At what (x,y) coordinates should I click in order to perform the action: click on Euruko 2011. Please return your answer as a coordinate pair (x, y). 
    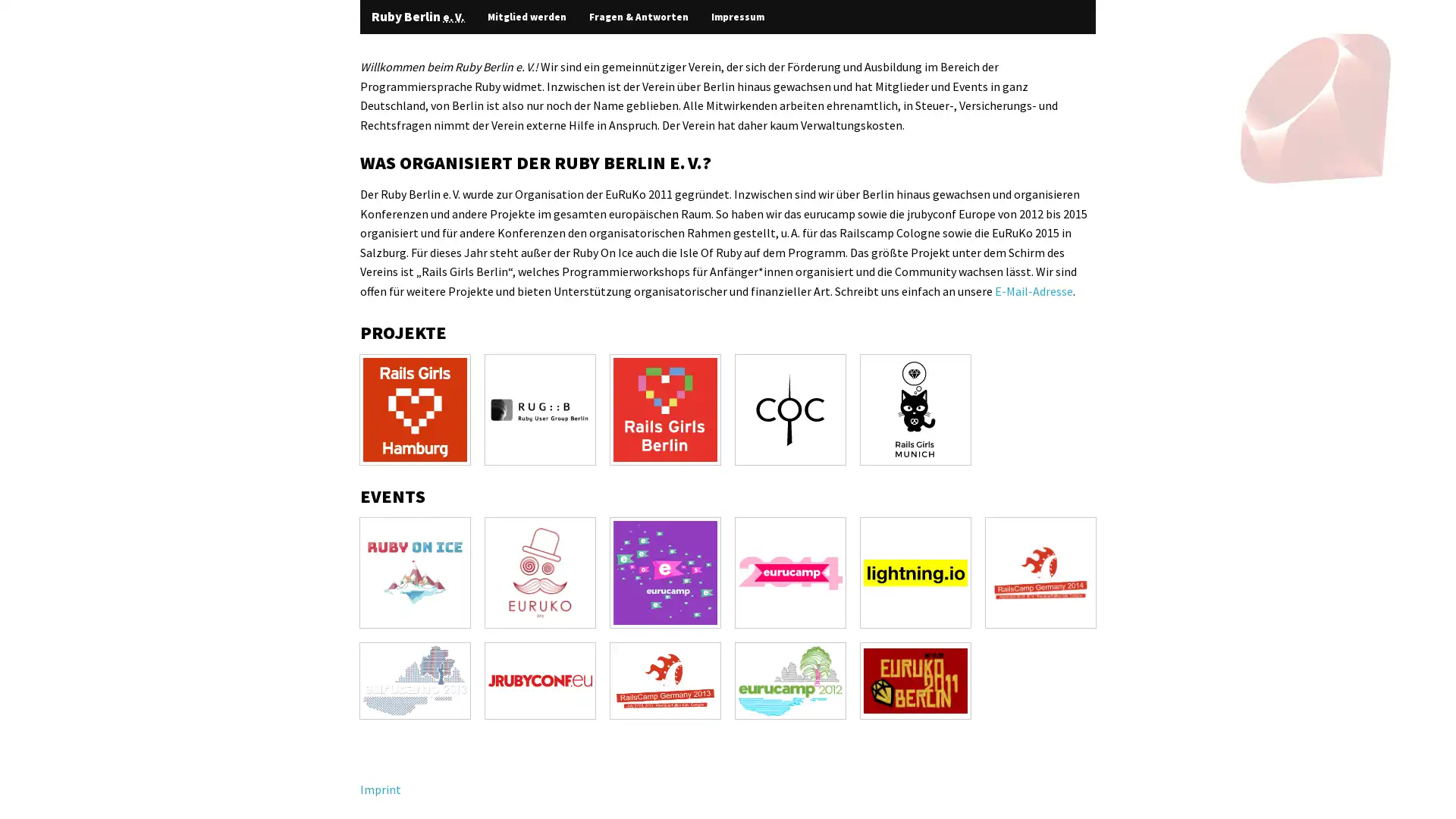
    Looking at the image, I should click on (915, 679).